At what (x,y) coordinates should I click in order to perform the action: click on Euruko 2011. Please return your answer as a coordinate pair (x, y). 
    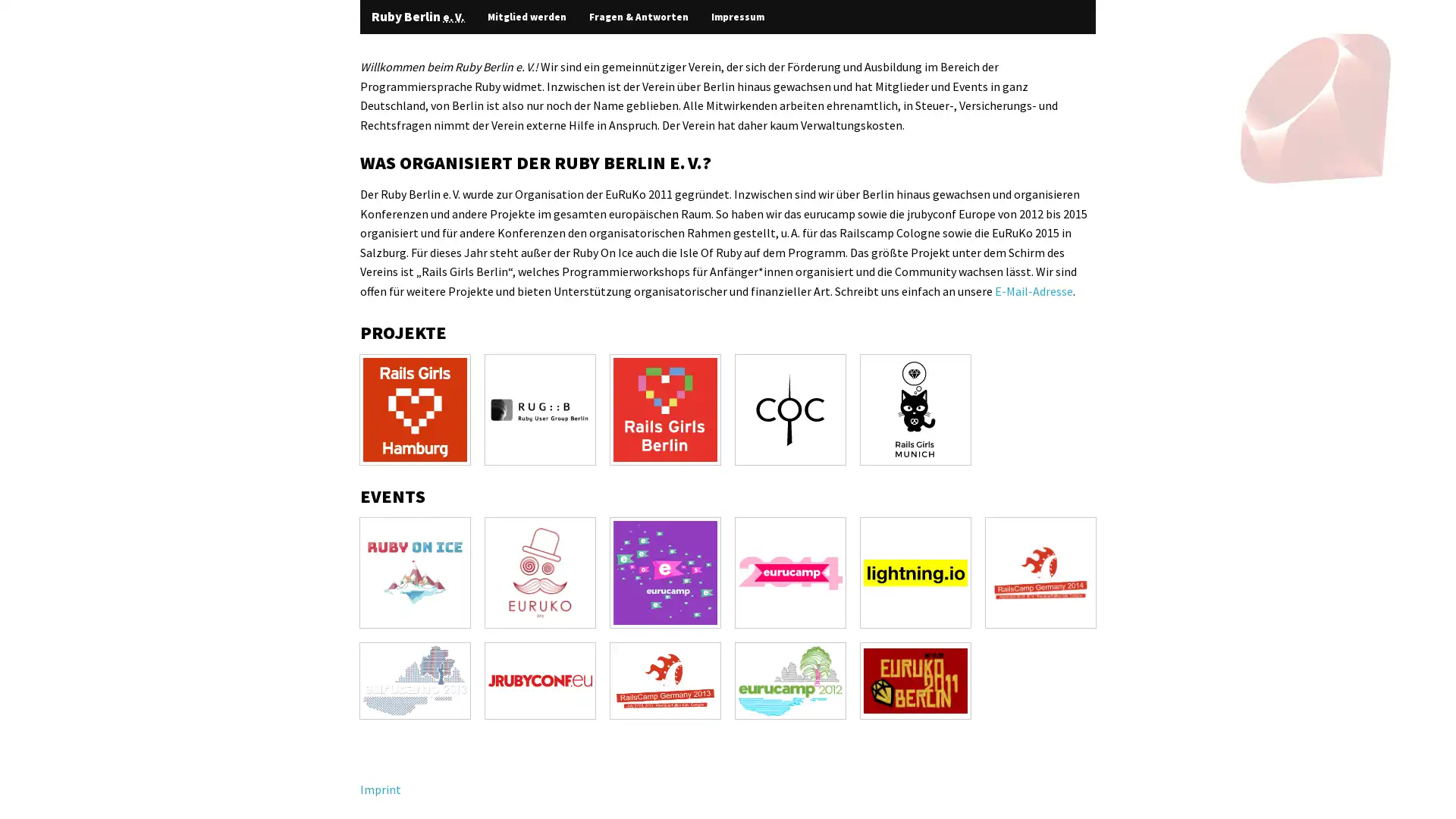
    Looking at the image, I should click on (915, 679).